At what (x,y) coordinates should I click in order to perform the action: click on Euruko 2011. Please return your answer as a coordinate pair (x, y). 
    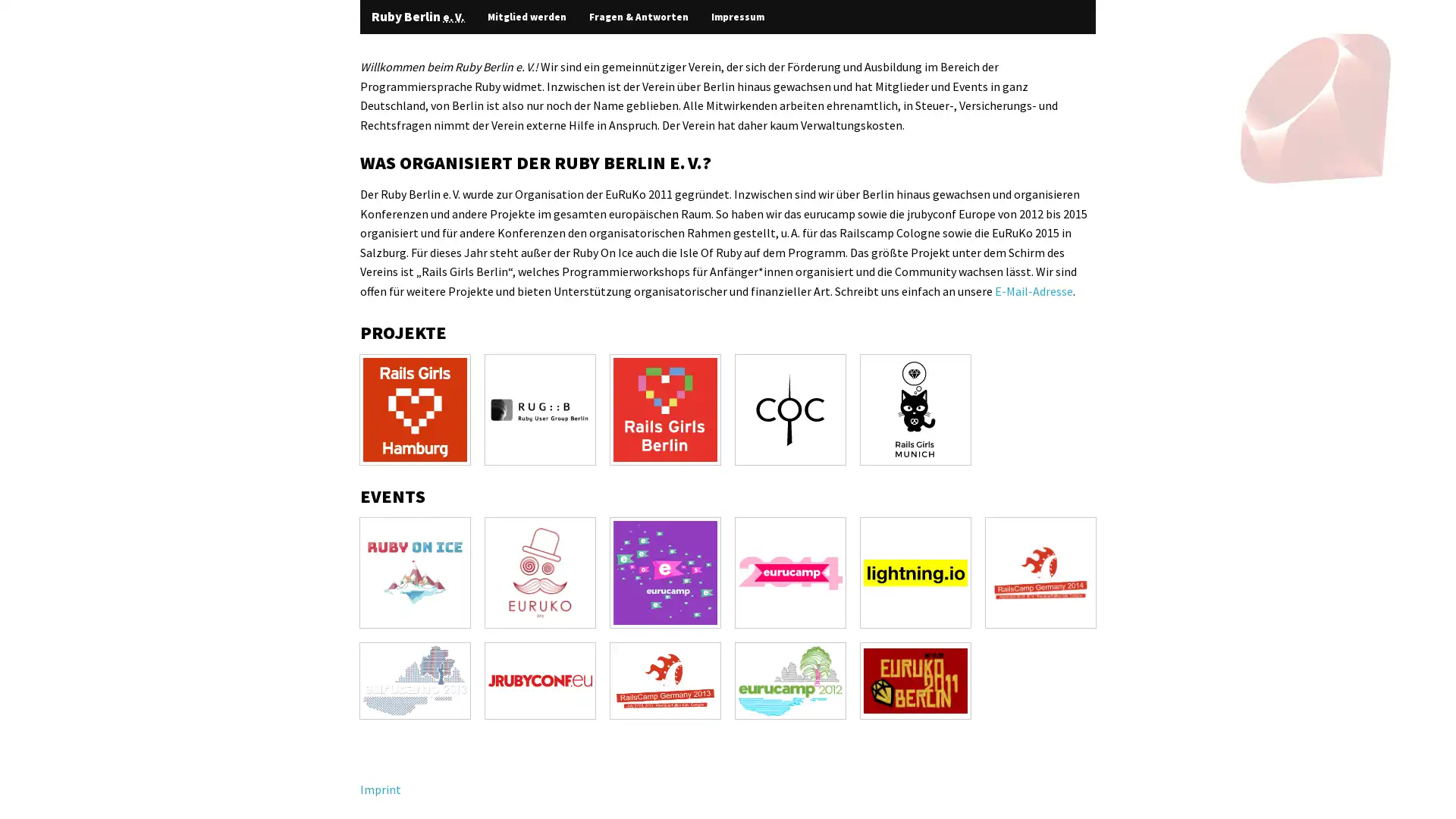
    Looking at the image, I should click on (915, 679).